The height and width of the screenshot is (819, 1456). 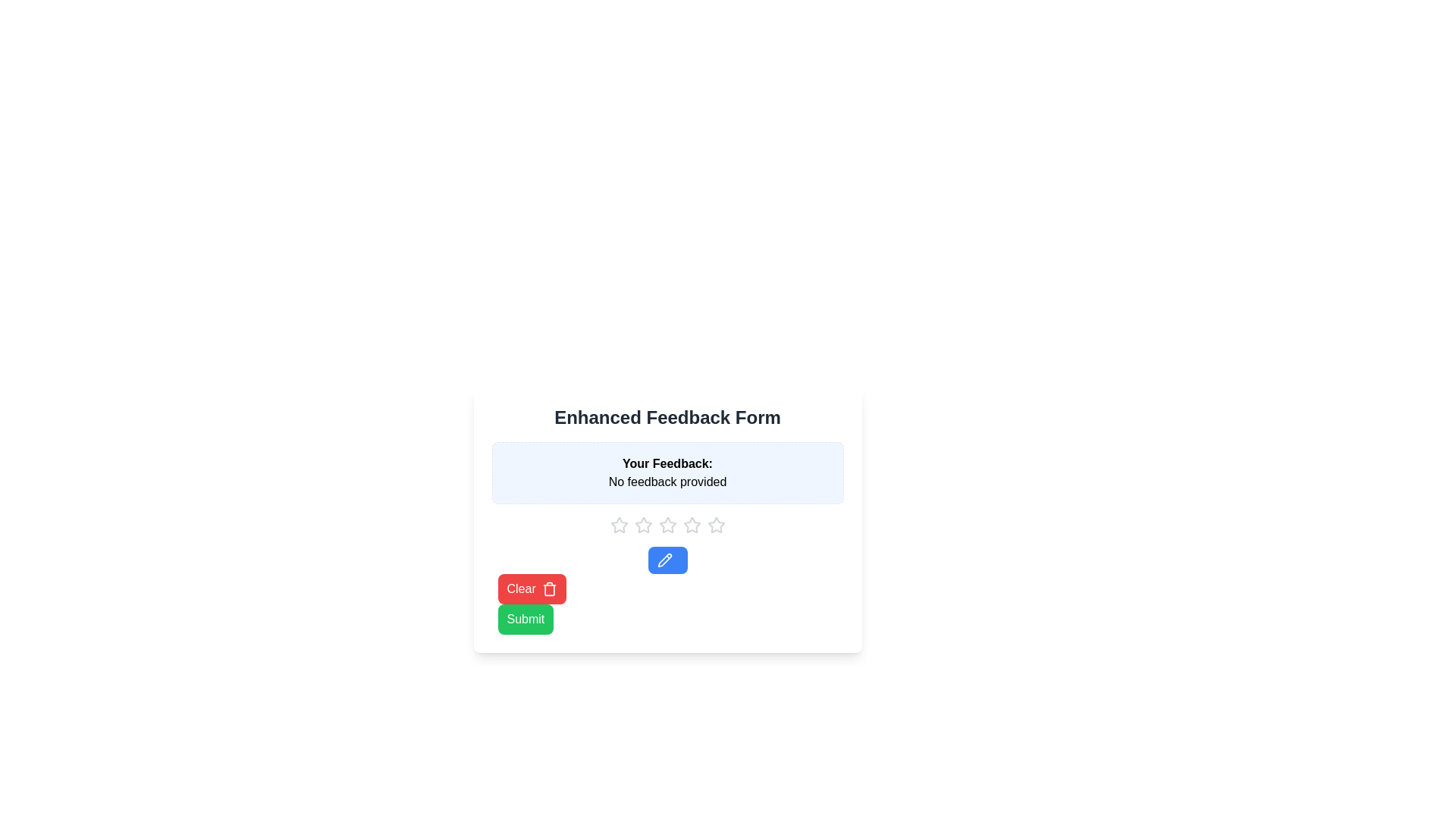 What do you see at coordinates (715, 525) in the screenshot?
I see `the fifth star icon in the rating system located below the 'Your Feedback:' text area` at bounding box center [715, 525].